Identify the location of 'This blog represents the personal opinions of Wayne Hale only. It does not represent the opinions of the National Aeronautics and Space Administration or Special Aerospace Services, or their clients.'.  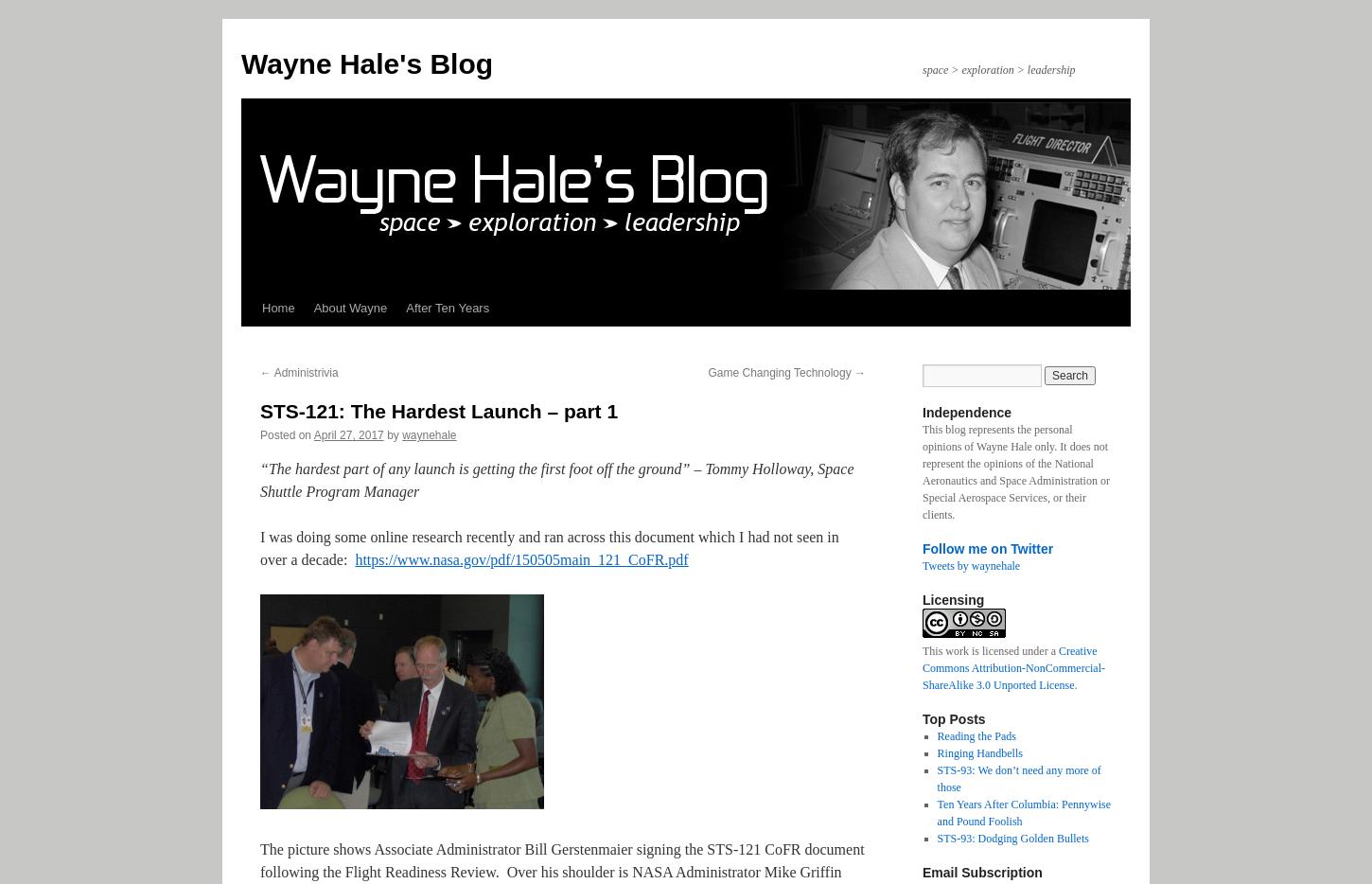
(1015, 471).